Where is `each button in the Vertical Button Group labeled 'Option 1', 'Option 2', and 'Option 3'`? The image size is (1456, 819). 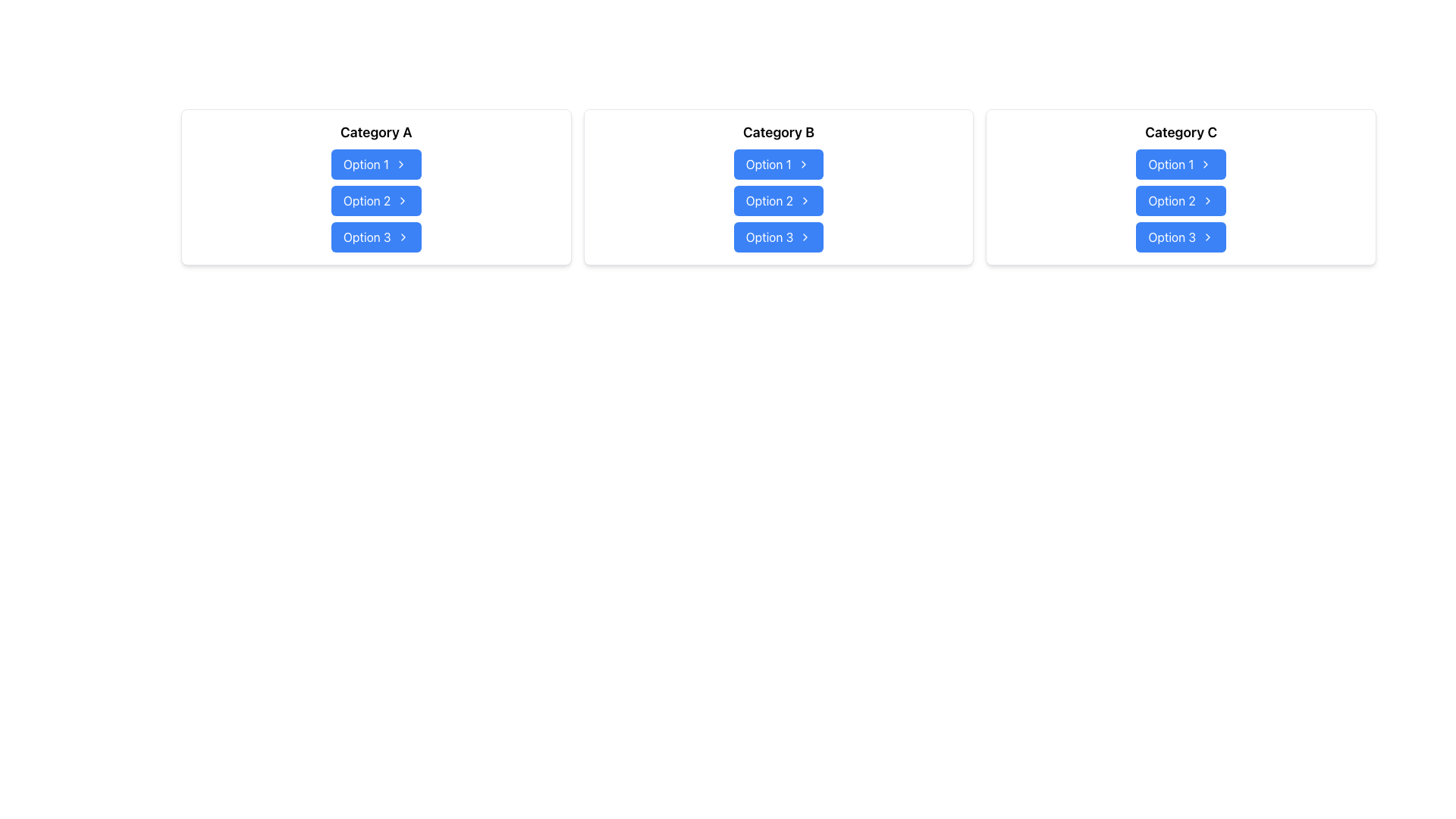 each button in the Vertical Button Group labeled 'Option 1', 'Option 2', and 'Option 3' is located at coordinates (779, 200).